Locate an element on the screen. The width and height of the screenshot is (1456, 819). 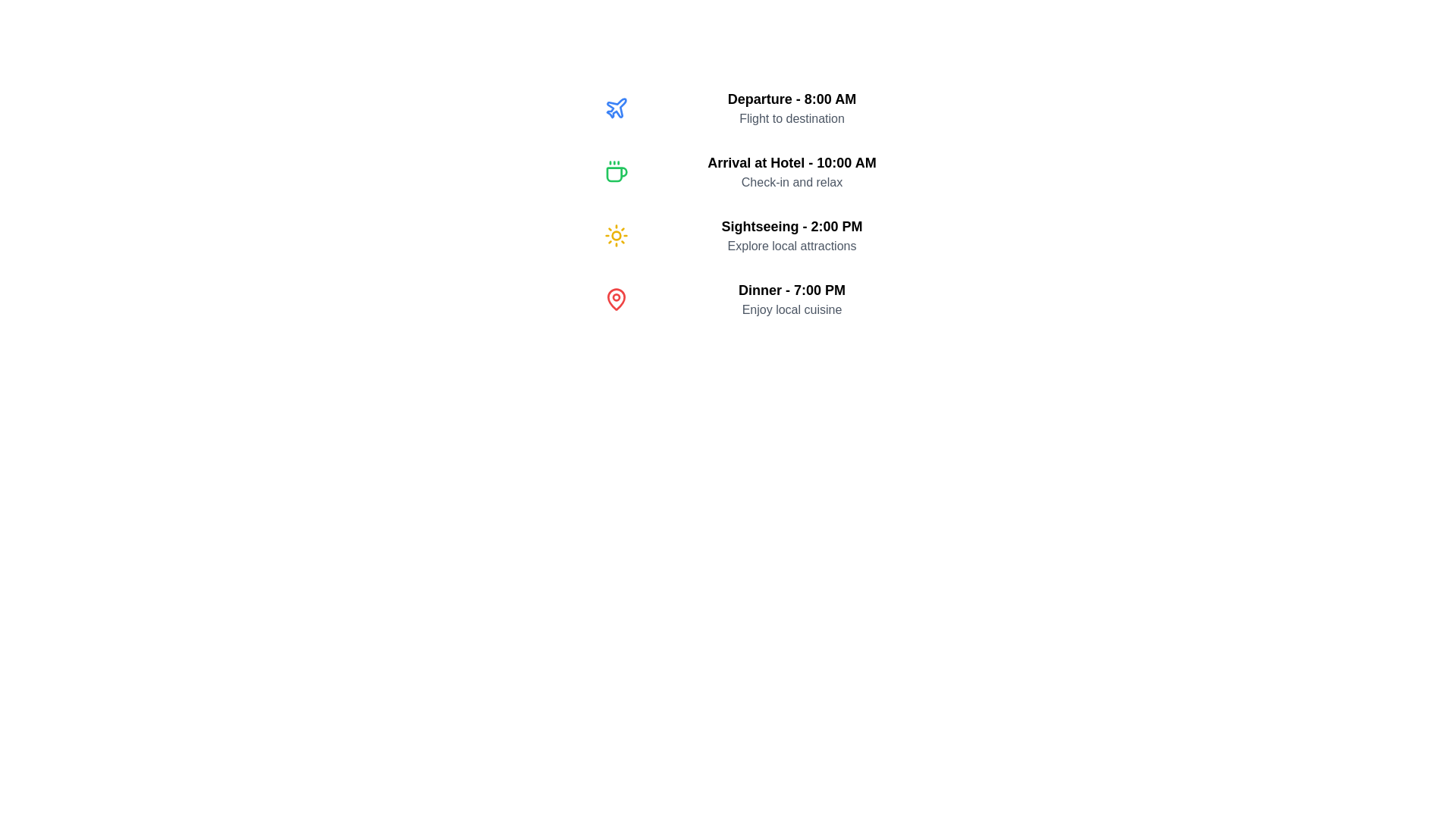
the blue airplane-shaped icon in the SVG graphic located to the left of the text 'Departure - 8:00 AM' is located at coordinates (616, 107).